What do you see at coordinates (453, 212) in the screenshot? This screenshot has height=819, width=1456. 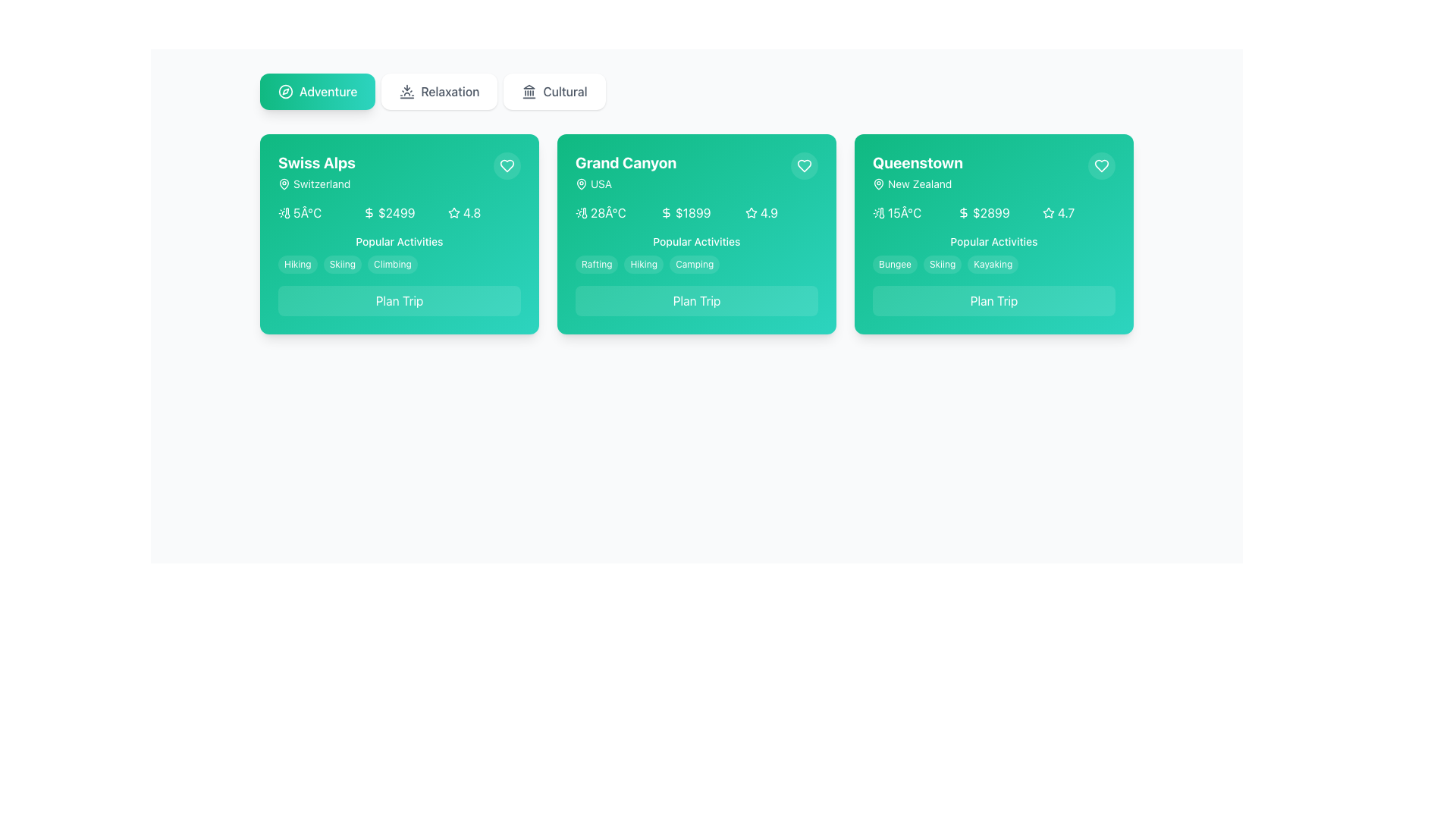 I see `the star icon in the top-right area of the 'Swiss Alps' card to interact with the rating system` at bounding box center [453, 212].